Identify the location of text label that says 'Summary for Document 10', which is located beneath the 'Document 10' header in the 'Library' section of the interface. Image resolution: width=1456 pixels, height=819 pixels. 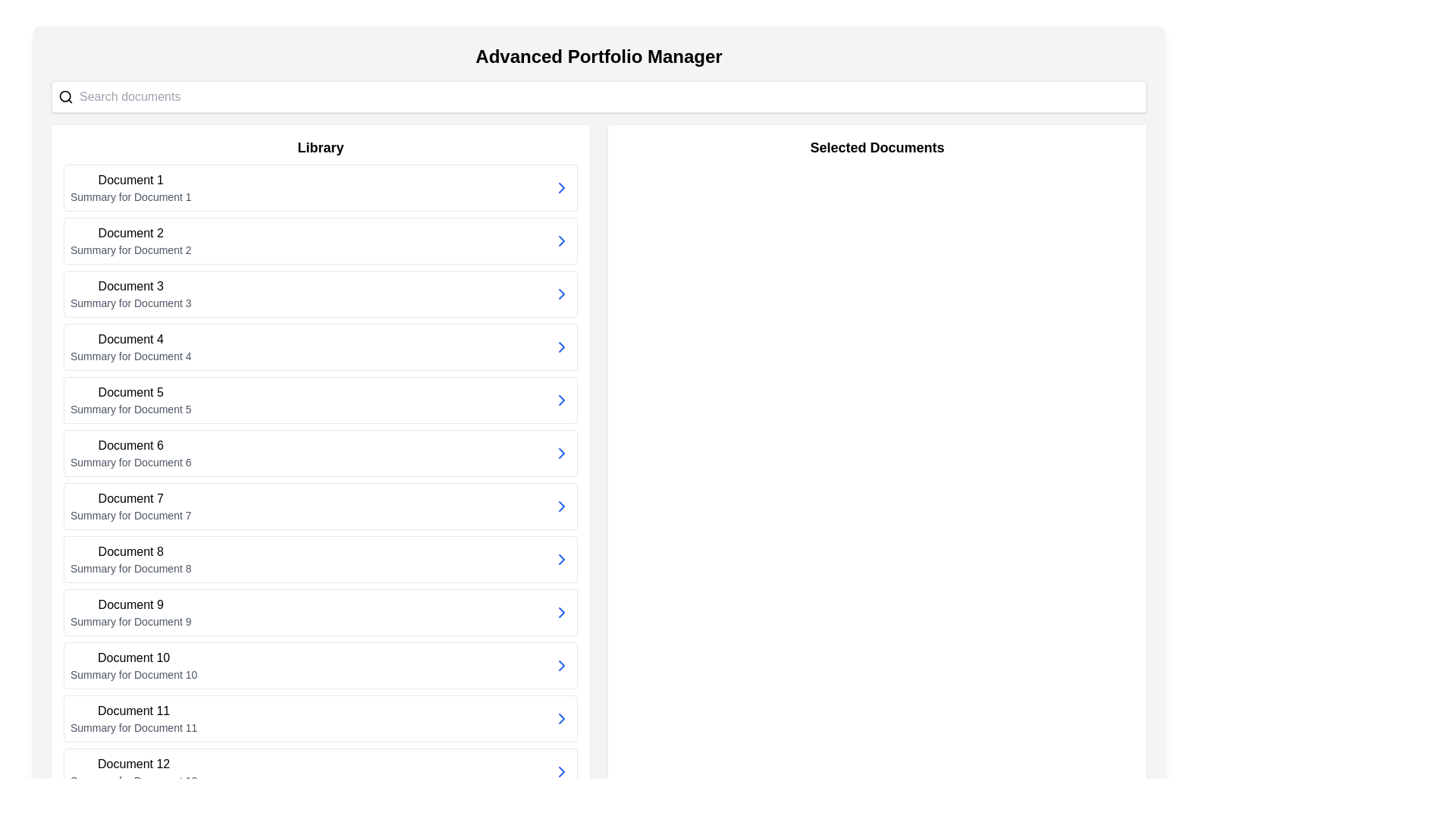
(133, 674).